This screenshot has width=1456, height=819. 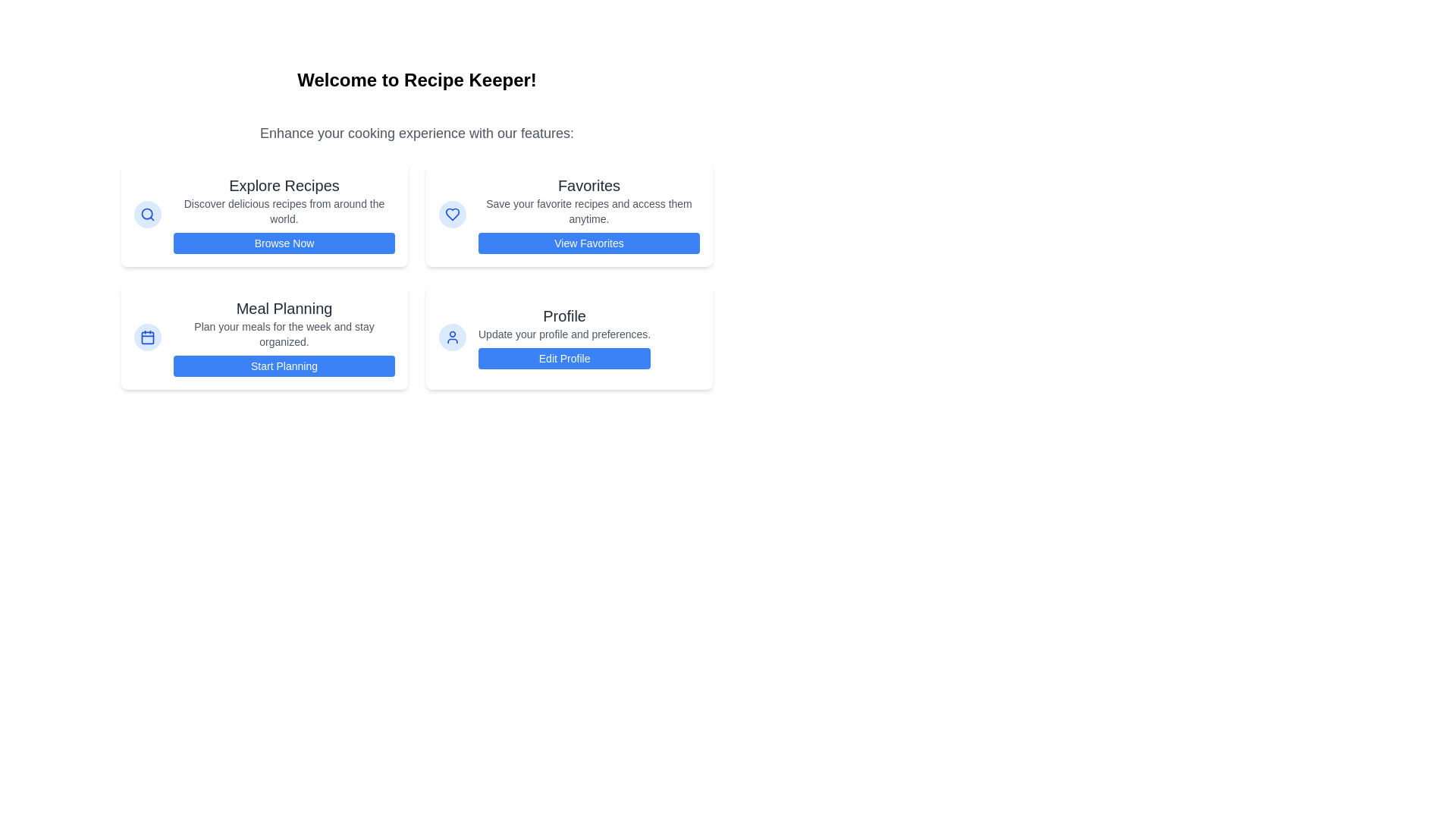 I want to click on the 'Meal Planning' icon located in the bottom-left quadrant of the interface, which visually represents the meal planning functionality, so click(x=148, y=336).